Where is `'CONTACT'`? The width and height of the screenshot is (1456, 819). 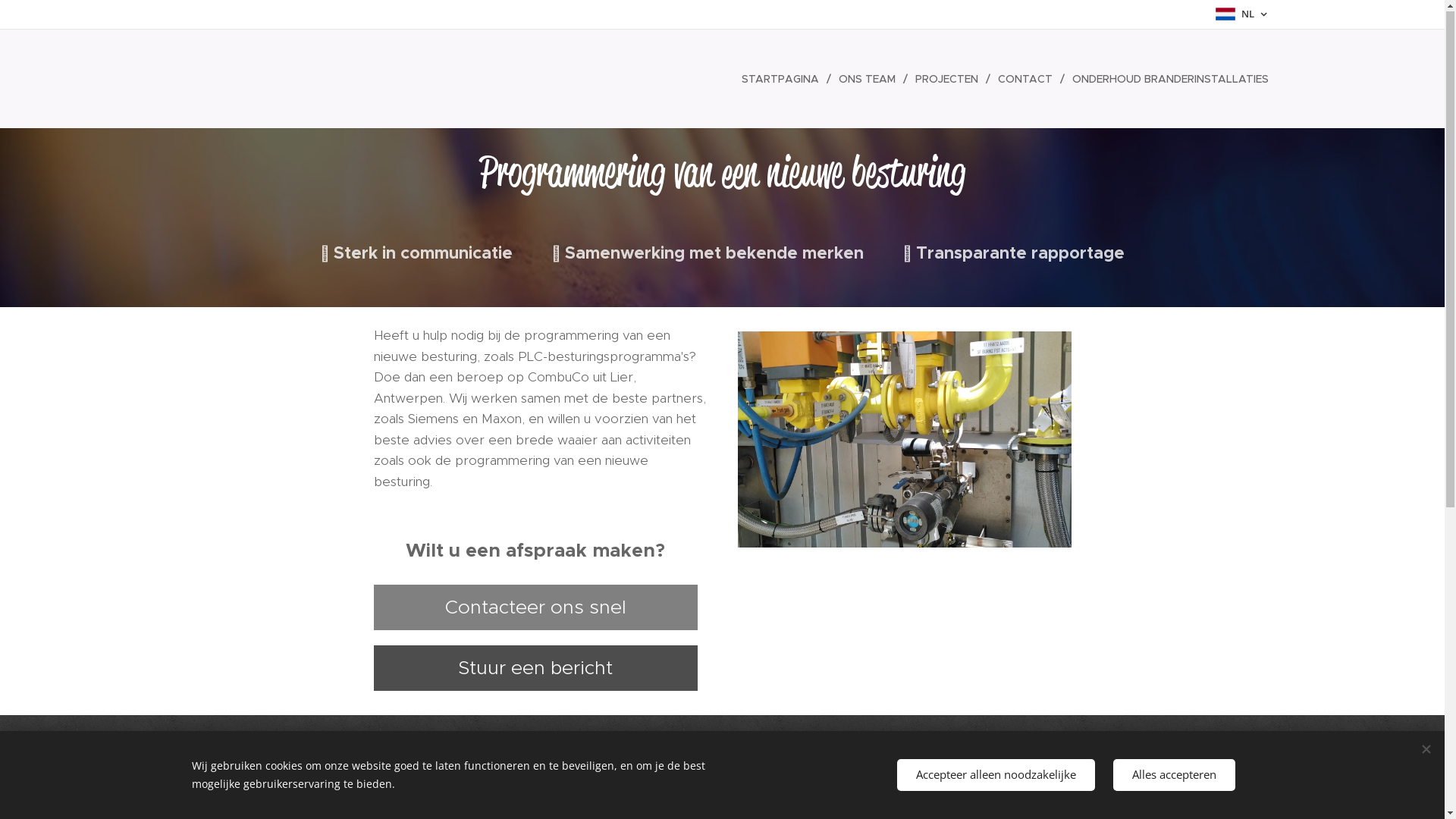
'CONTACT' is located at coordinates (1027, 79).